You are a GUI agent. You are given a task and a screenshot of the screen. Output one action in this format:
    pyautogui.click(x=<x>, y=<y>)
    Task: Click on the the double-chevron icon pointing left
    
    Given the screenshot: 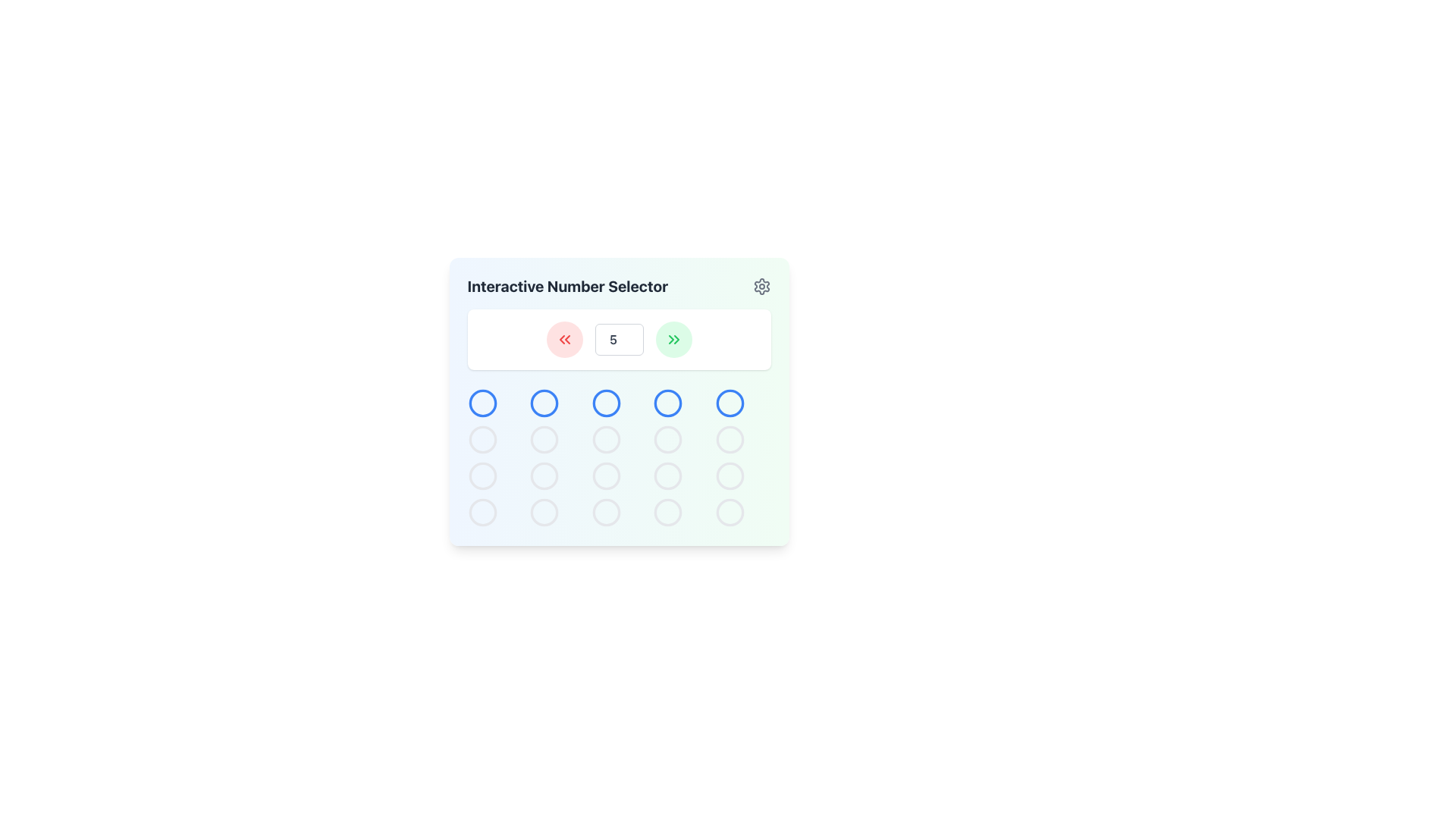 What is the action you would take?
    pyautogui.click(x=563, y=338)
    